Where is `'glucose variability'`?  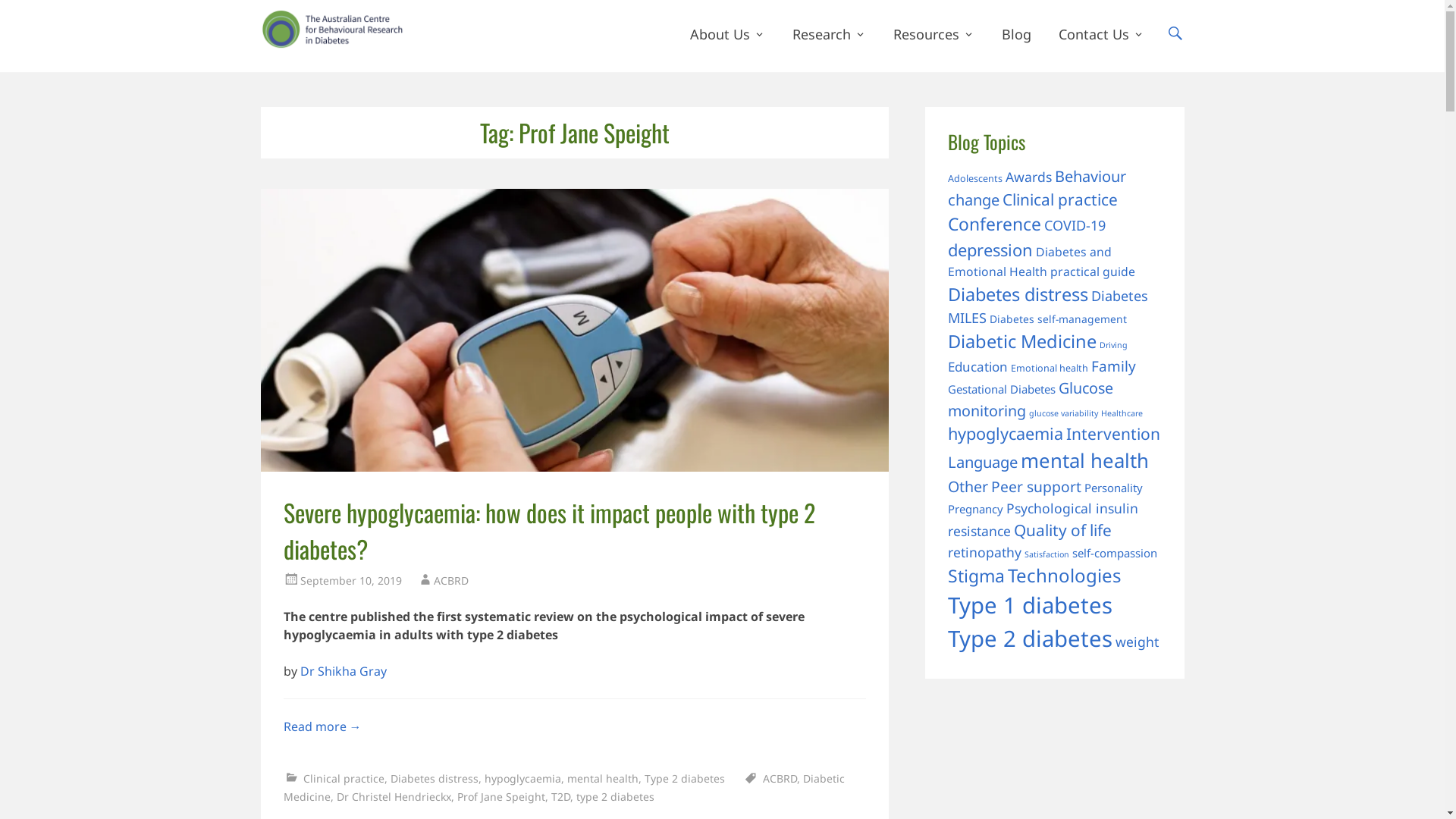
'glucose variability' is located at coordinates (1062, 413).